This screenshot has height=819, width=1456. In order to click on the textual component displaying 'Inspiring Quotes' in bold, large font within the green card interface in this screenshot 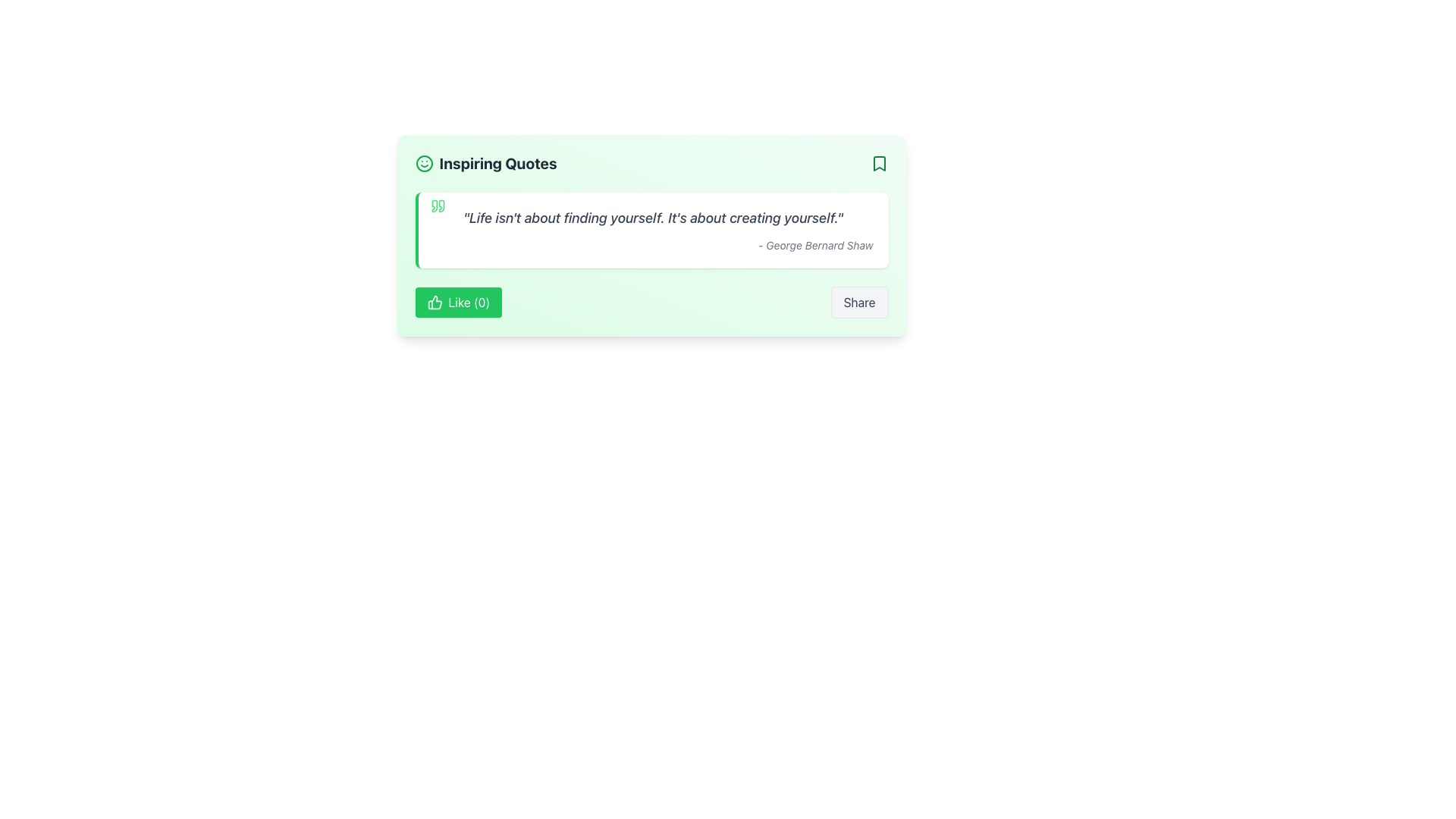, I will do `click(498, 164)`.